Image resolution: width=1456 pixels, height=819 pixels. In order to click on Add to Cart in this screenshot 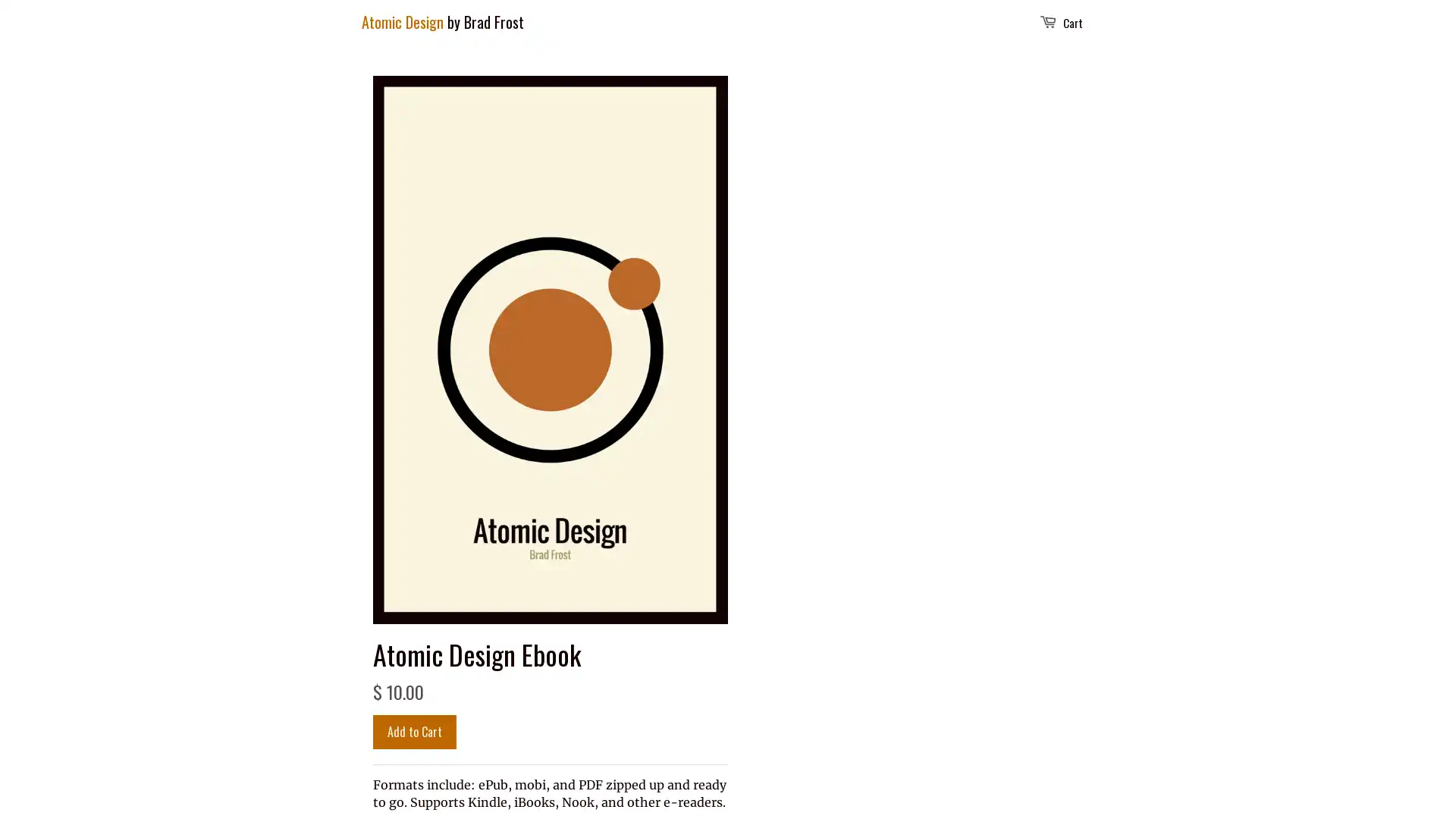, I will do `click(415, 730)`.